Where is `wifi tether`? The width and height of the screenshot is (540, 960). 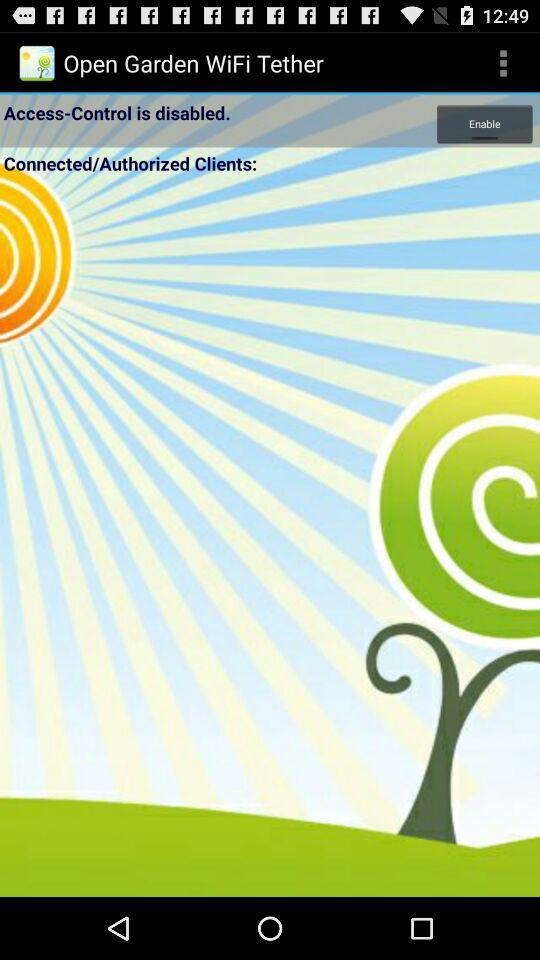 wifi tether is located at coordinates (270, 536).